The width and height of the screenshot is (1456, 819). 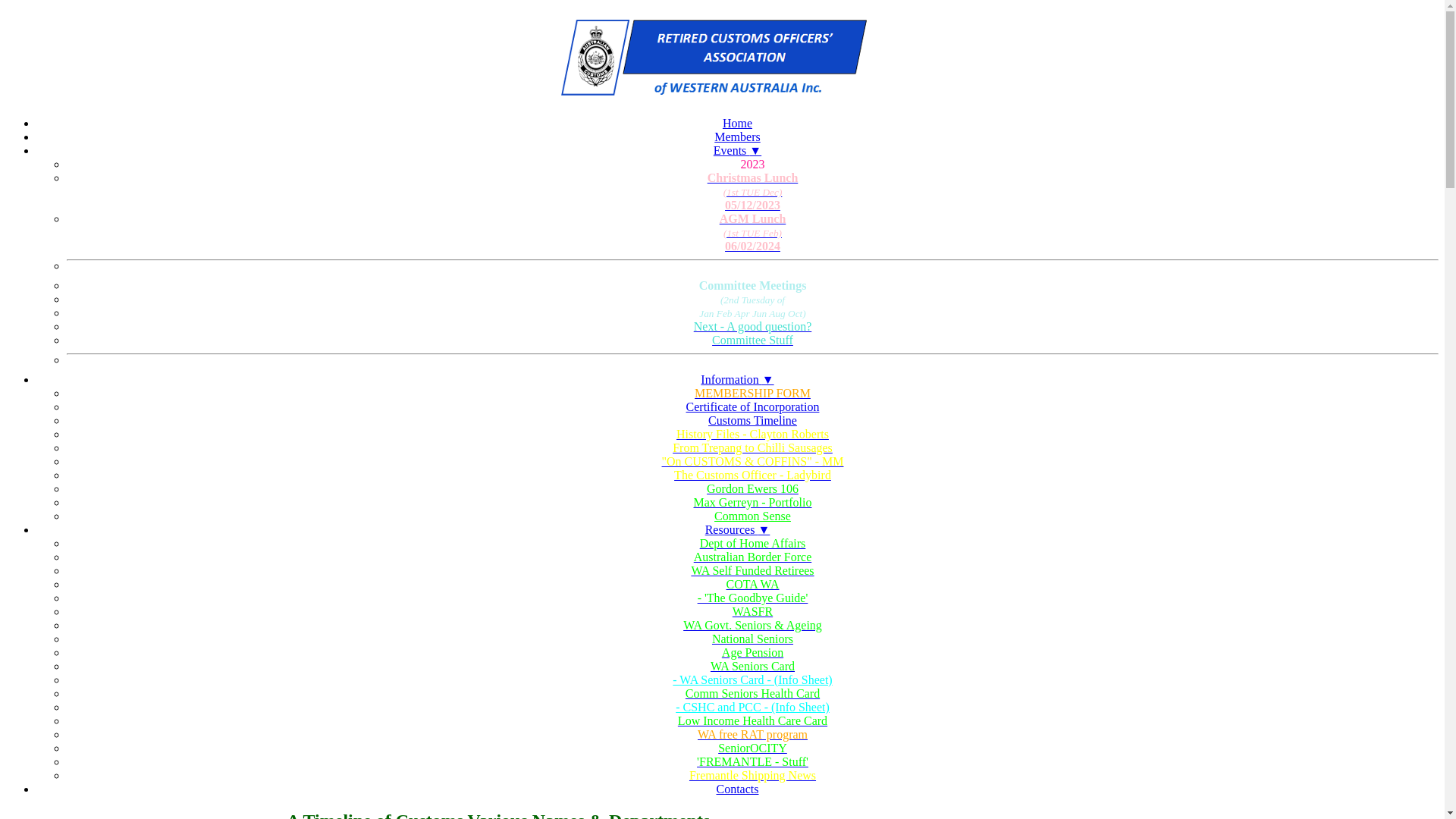 I want to click on 'Common Sense', so click(x=752, y=515).